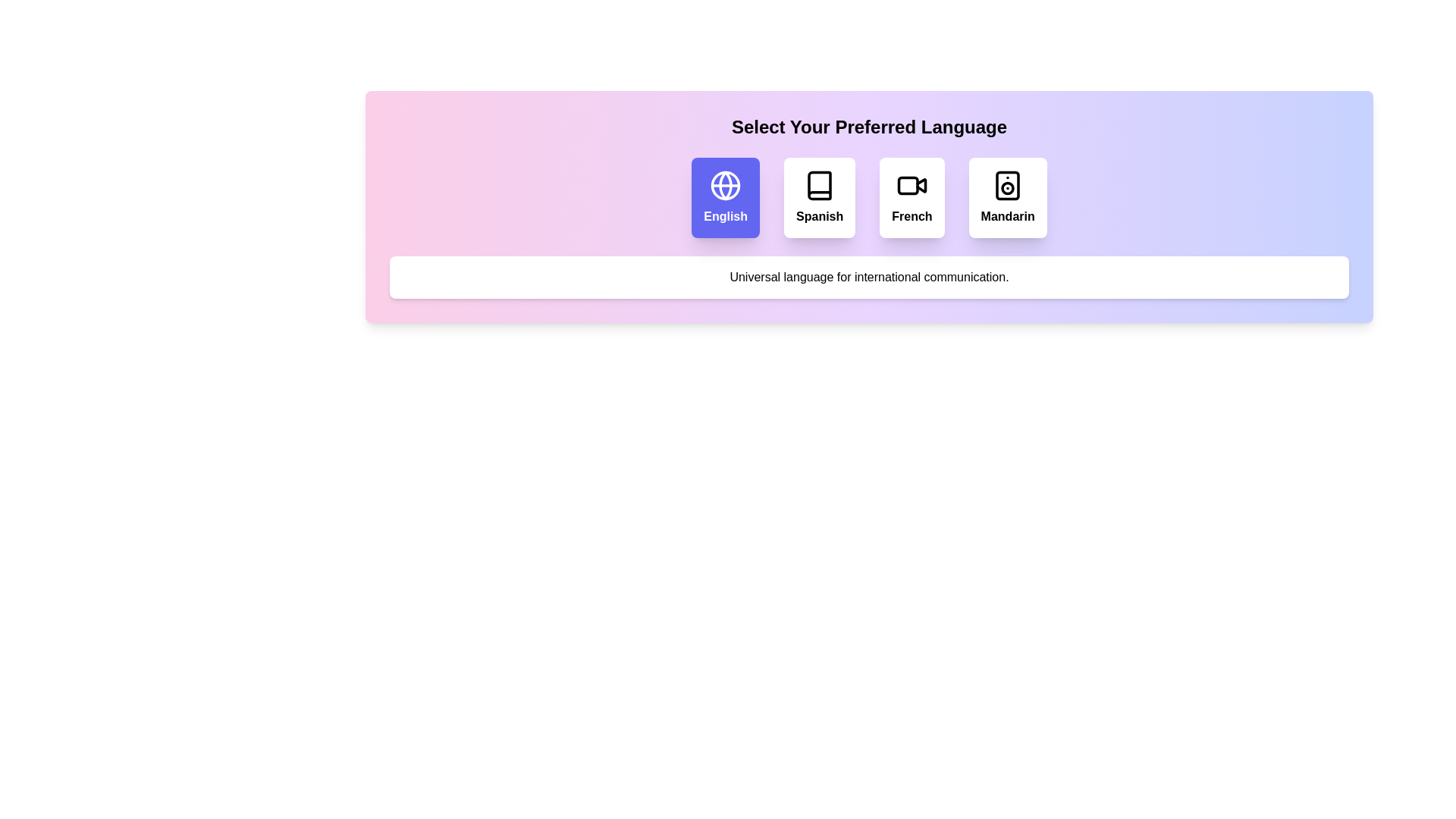 Image resolution: width=1456 pixels, height=819 pixels. What do you see at coordinates (1008, 197) in the screenshot?
I see `the language button corresponding to Mandarin` at bounding box center [1008, 197].